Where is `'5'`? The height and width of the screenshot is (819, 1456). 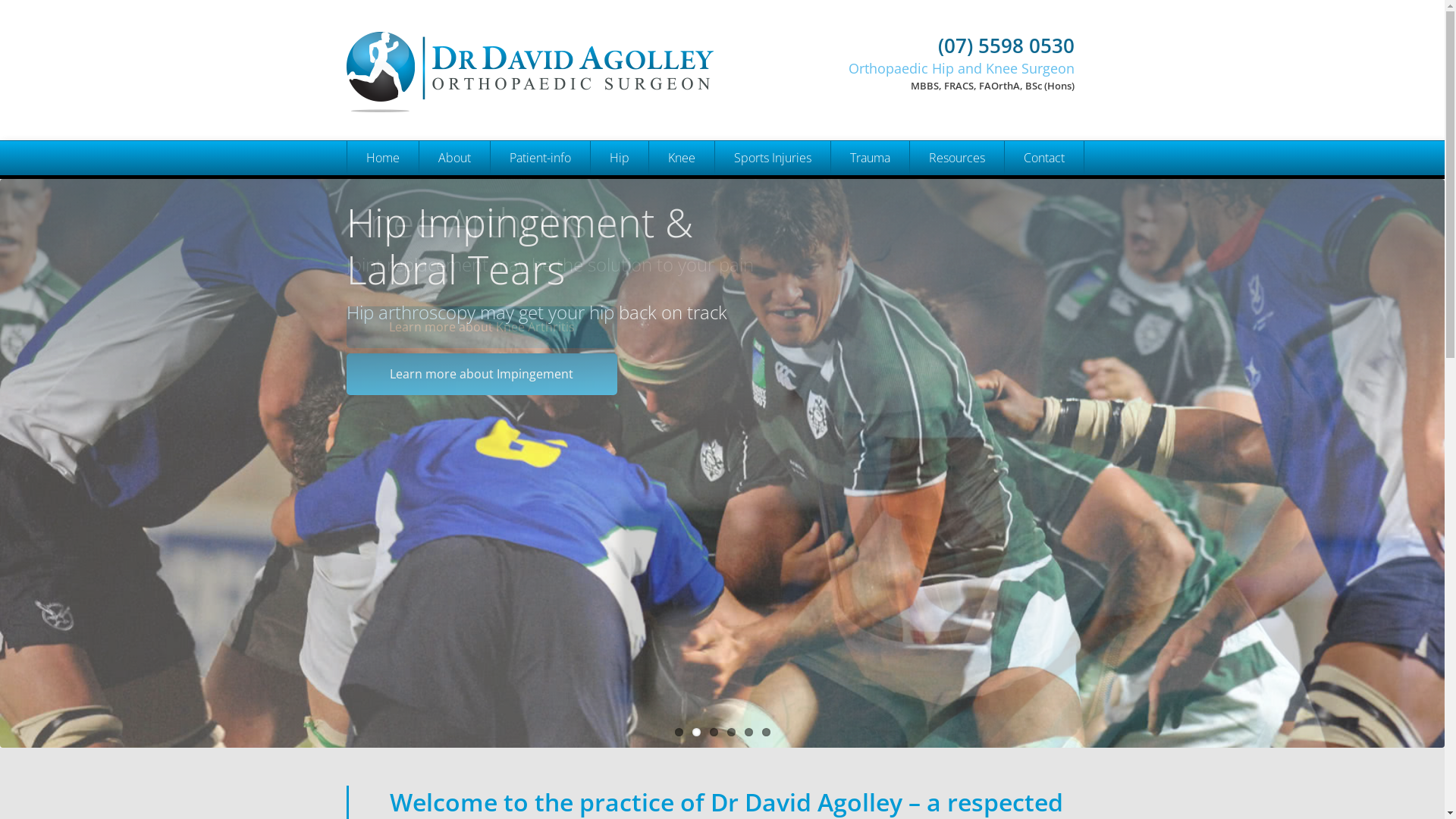 '5' is located at coordinates (748, 731).